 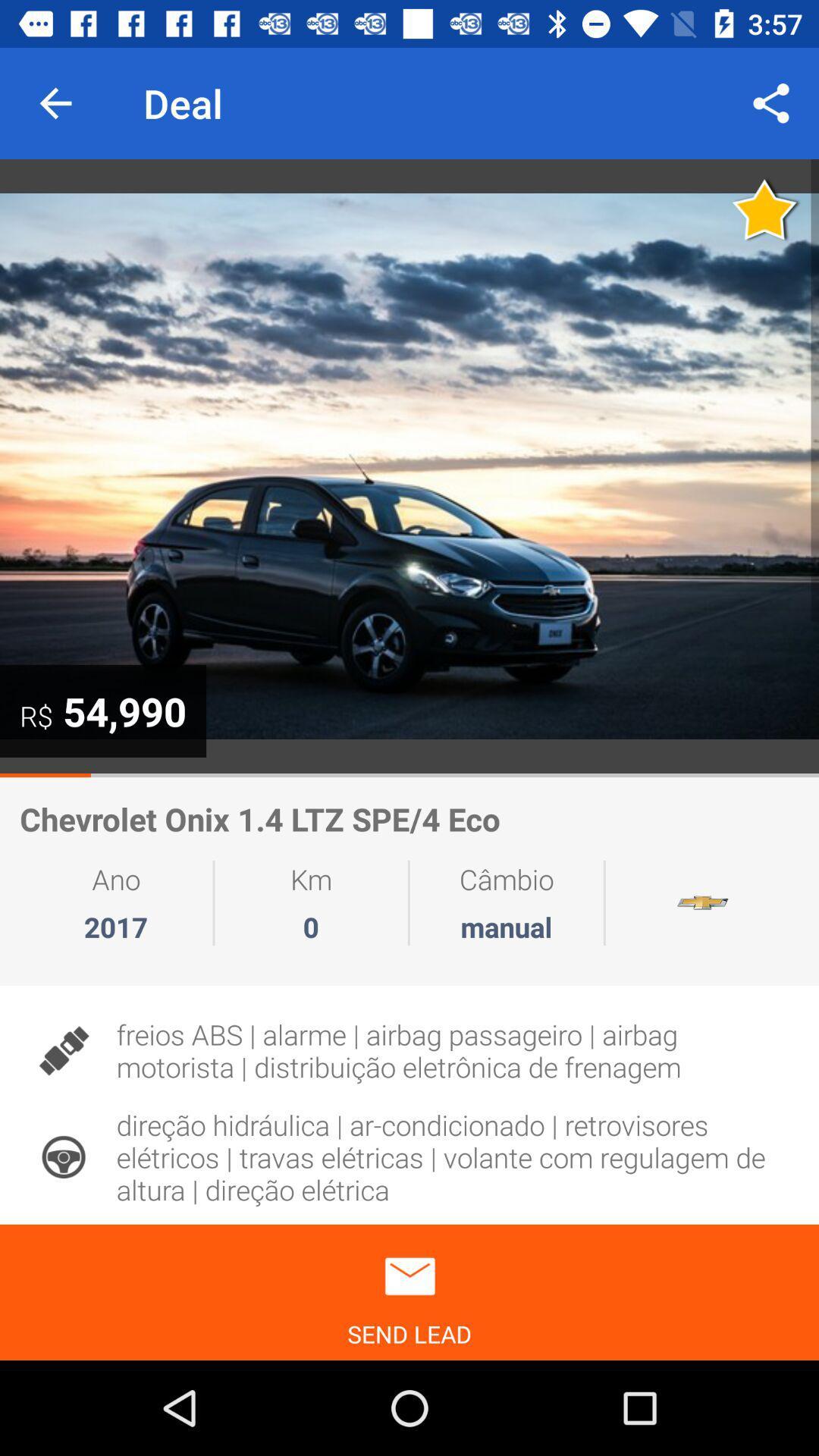 I want to click on autoplay option, so click(x=409, y=465).